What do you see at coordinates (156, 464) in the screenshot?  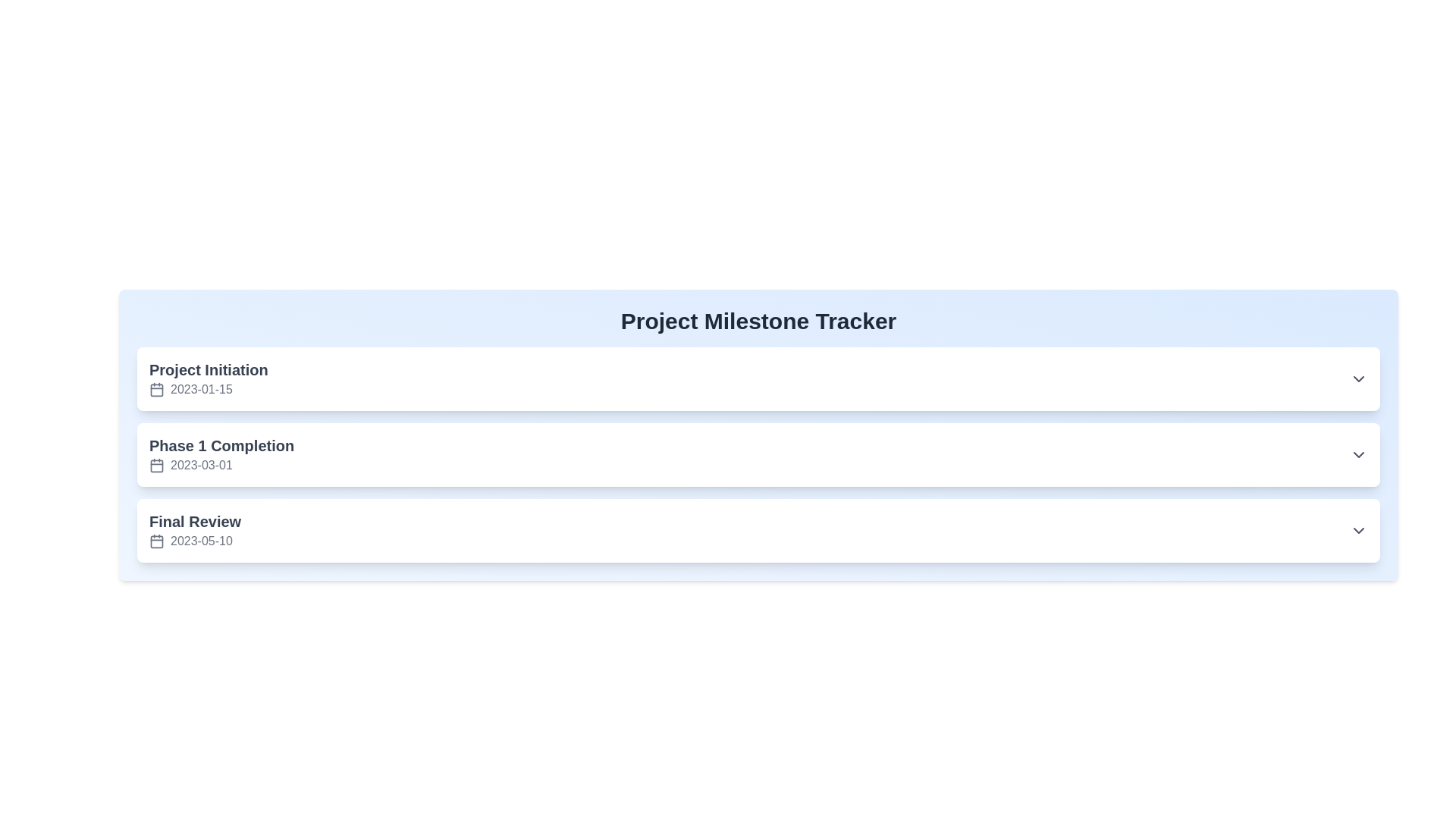 I see `calendar icon located to the left of the date text '2023-03-01' in the 'Phase 1 Completion' block` at bounding box center [156, 464].